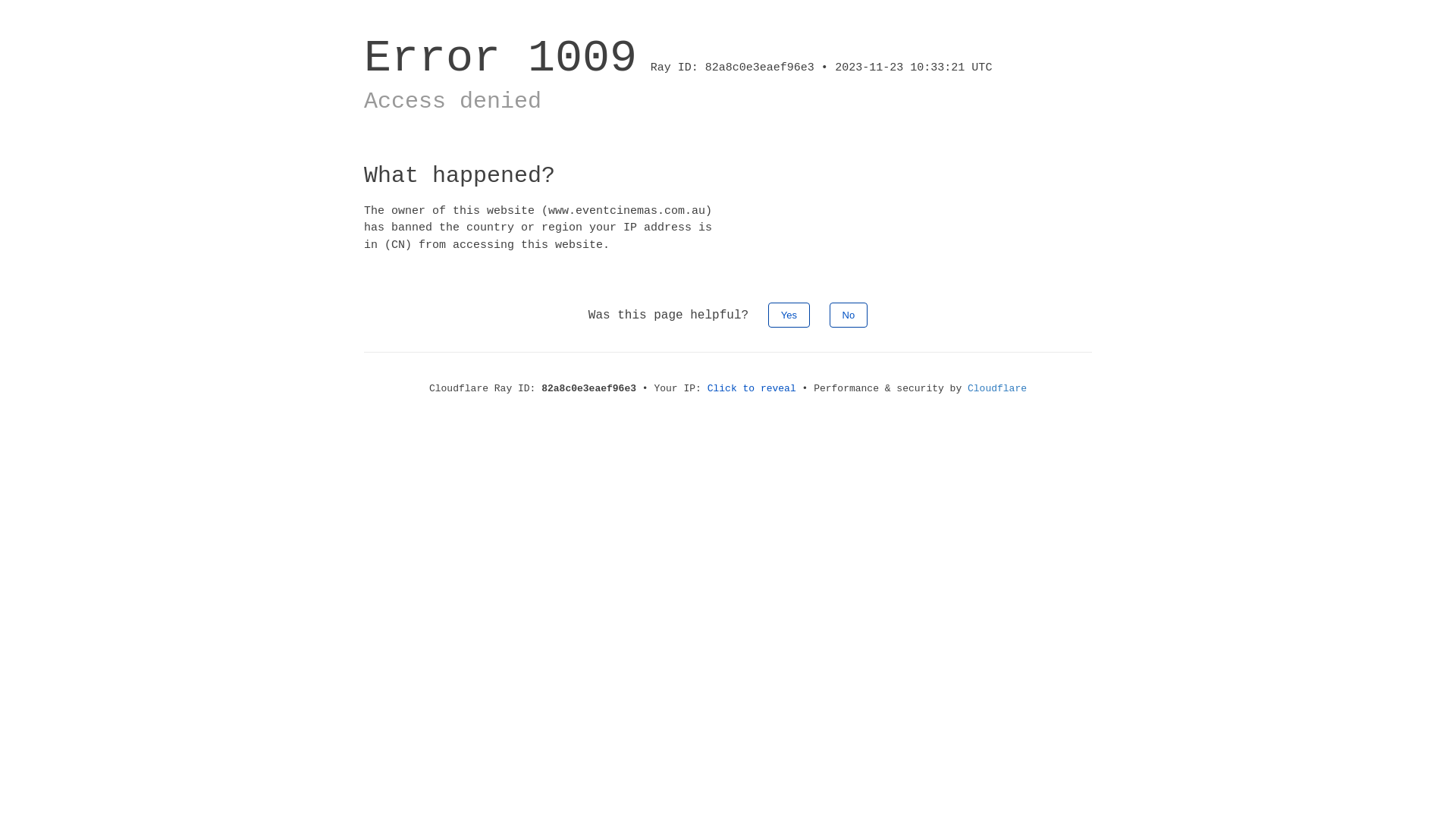 The width and height of the screenshot is (1456, 819). Describe the element at coordinates (997, 388) in the screenshot. I see `'Cloudflare'` at that location.